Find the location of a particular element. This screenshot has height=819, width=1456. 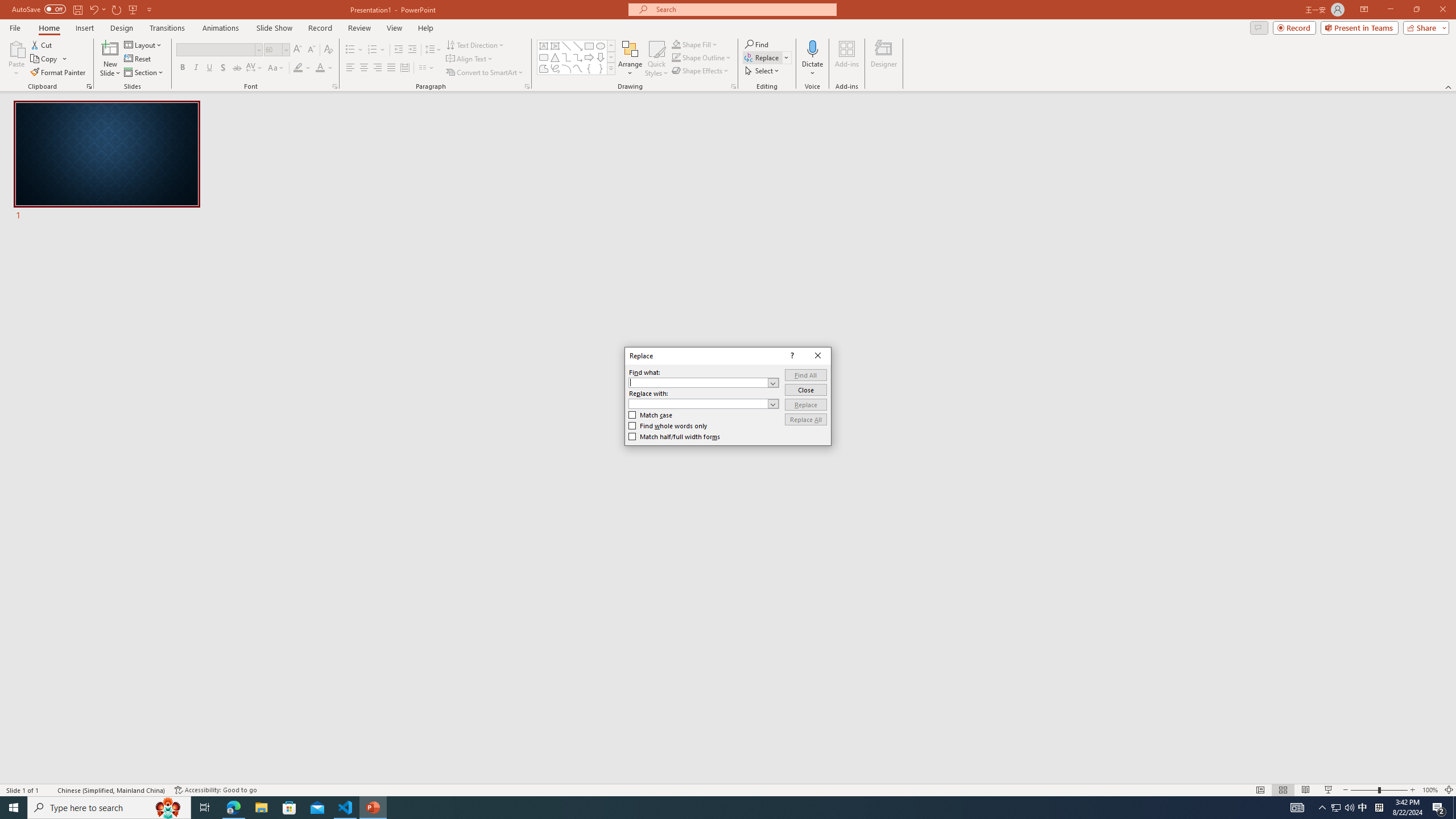

'Context help' is located at coordinates (791, 355).